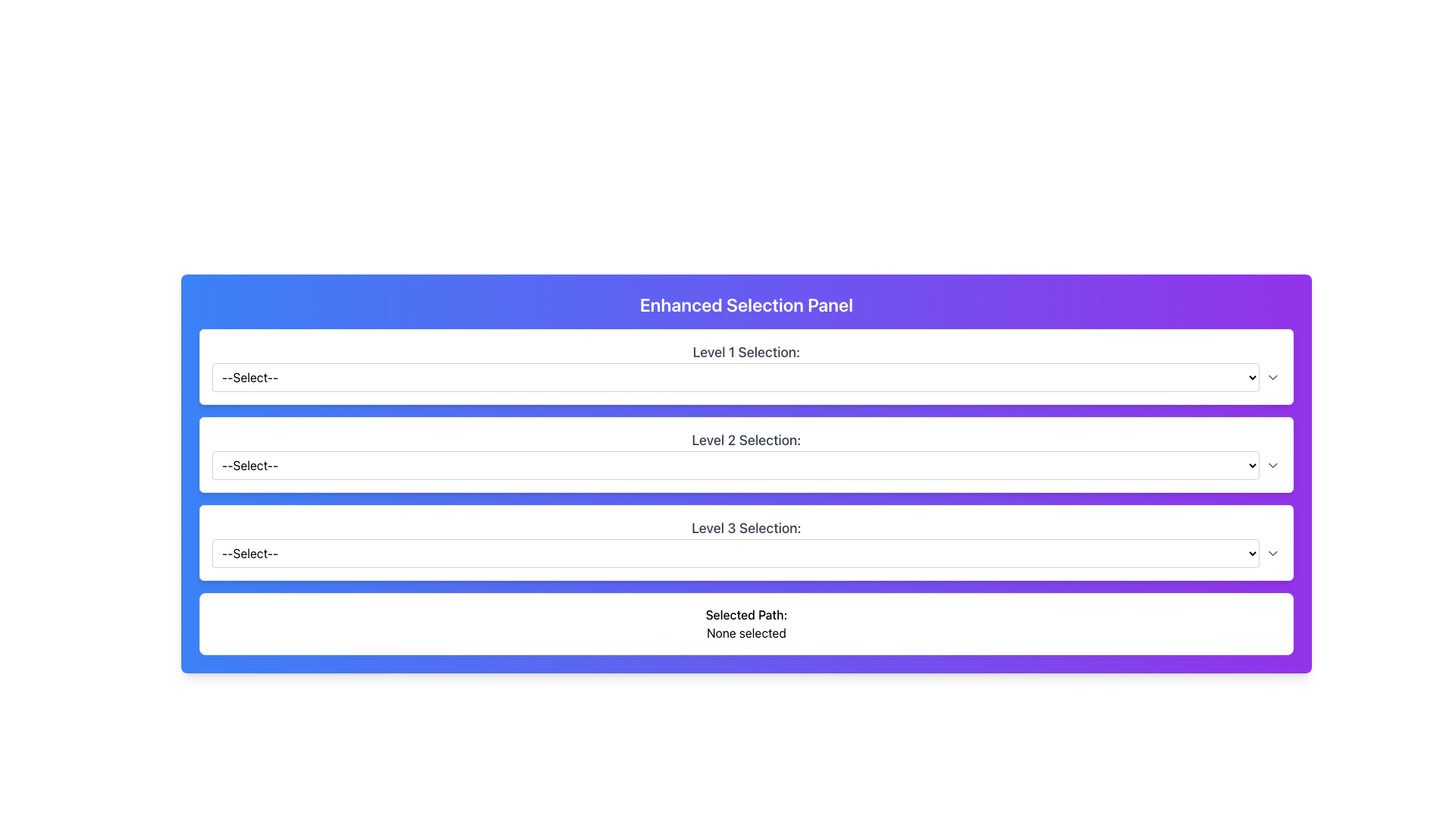 This screenshot has height=819, width=1456. What do you see at coordinates (746, 528) in the screenshot?
I see `the text label reading 'Level 3 Selection:' which is styled with a larger font size, medium weight, and gray color, located in the centered region of the panel above its corresponding dropdown menu` at bounding box center [746, 528].